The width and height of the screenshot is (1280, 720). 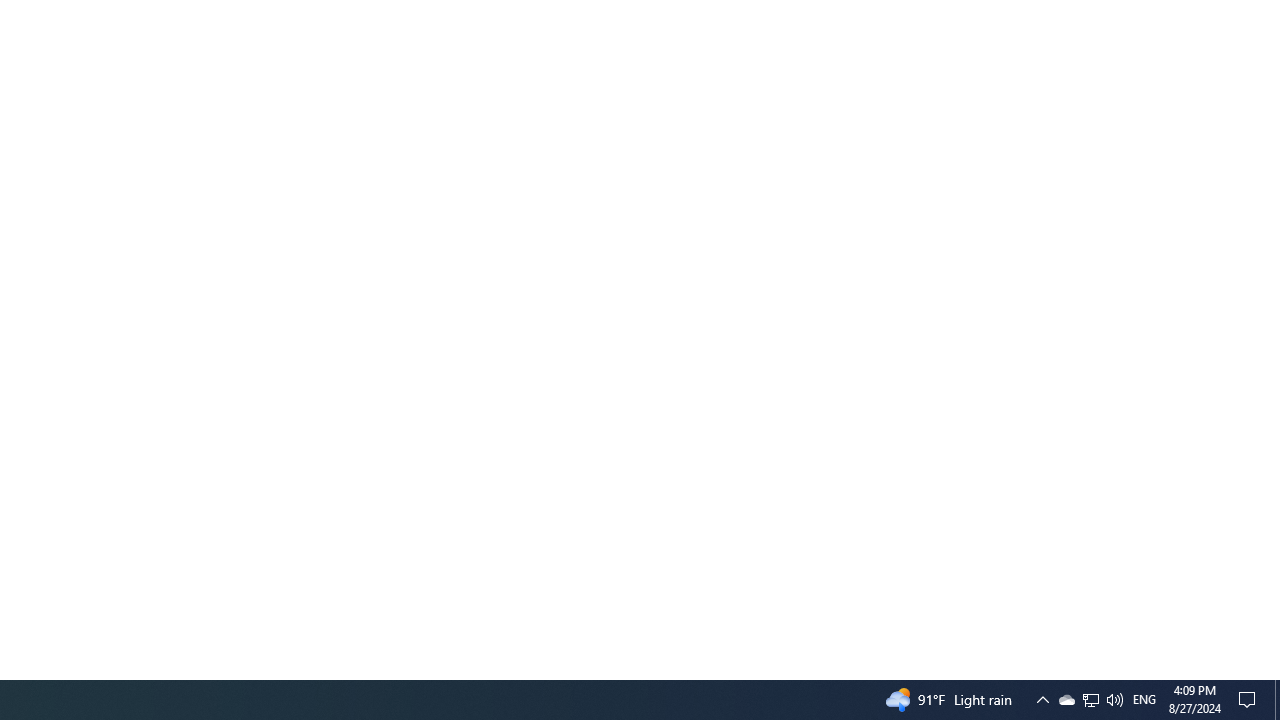 What do you see at coordinates (1113, 698) in the screenshot?
I see `'Q2790: 100%'` at bounding box center [1113, 698].